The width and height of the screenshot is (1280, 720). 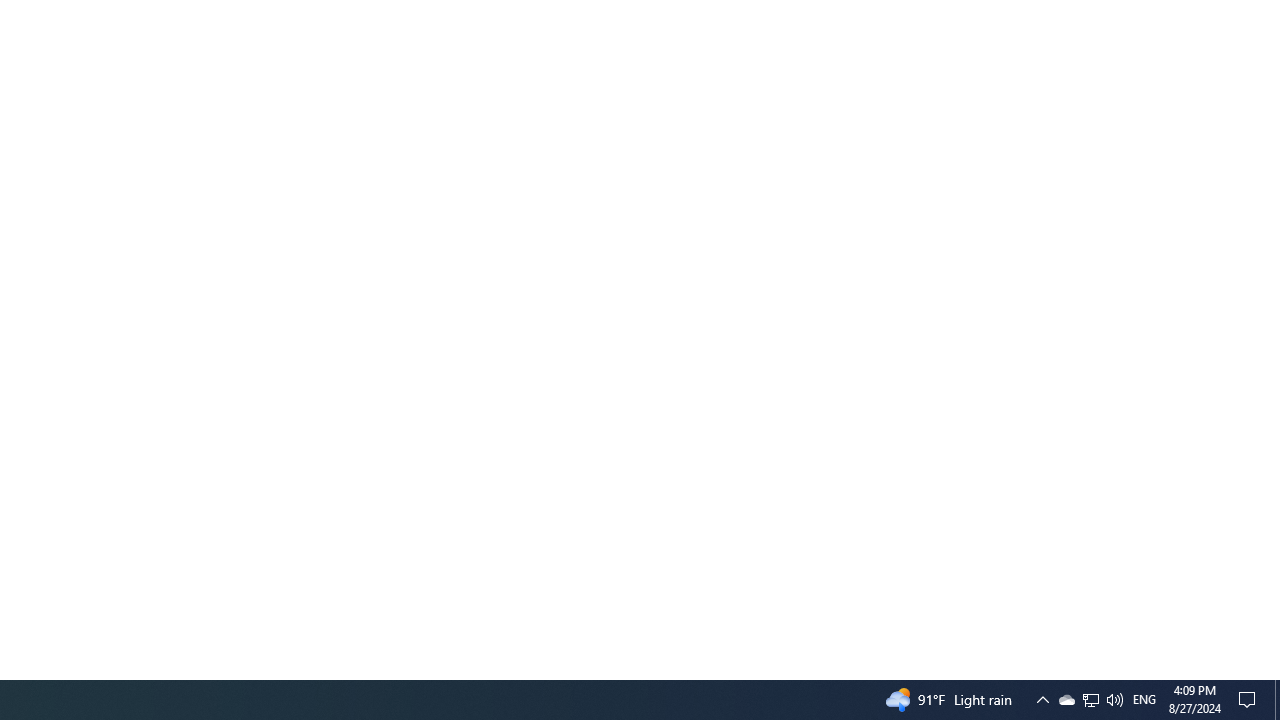 What do you see at coordinates (1113, 698) in the screenshot?
I see `'Q2790: 100%'` at bounding box center [1113, 698].